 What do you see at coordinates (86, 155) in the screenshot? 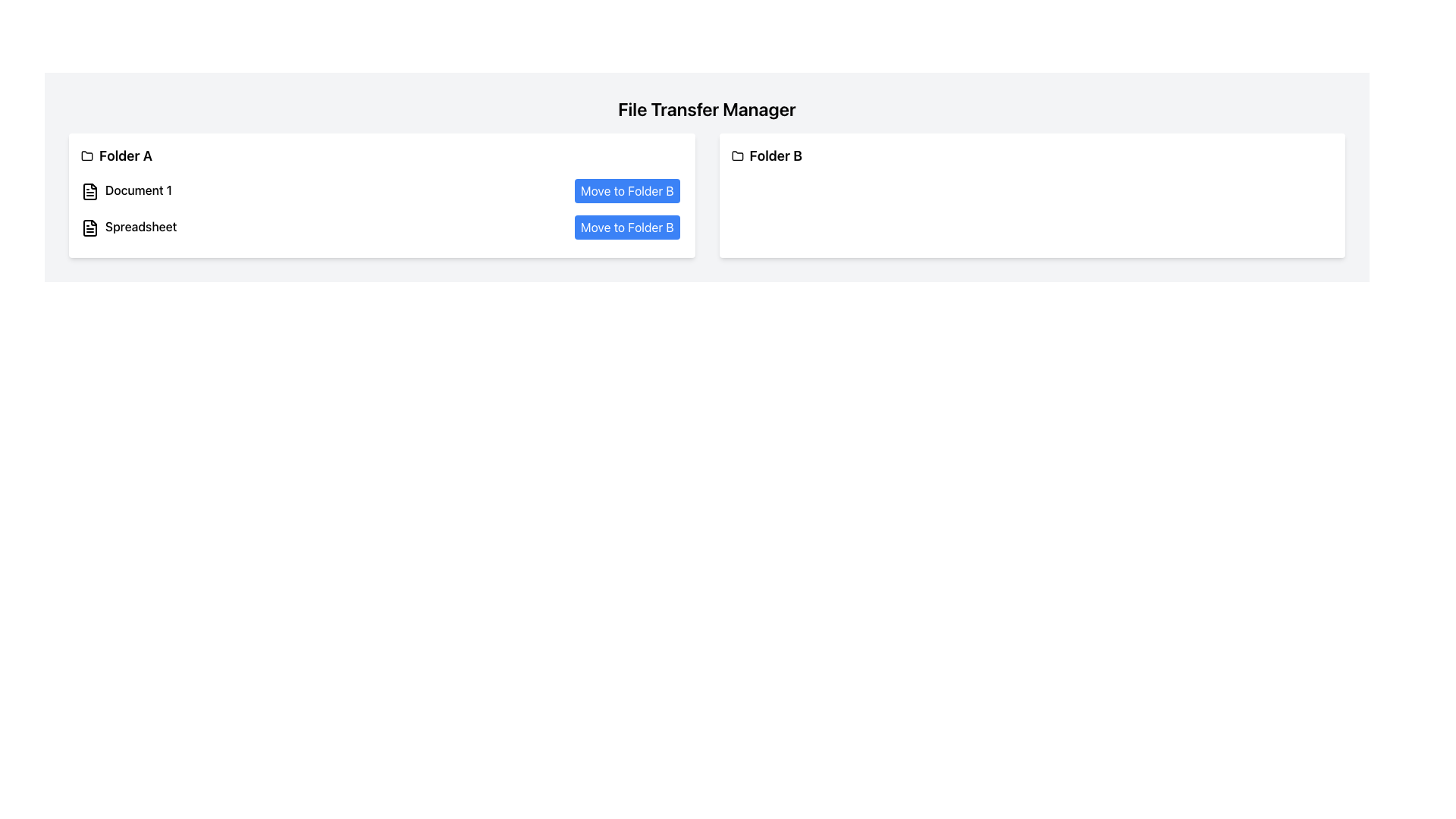
I see `the small folder icon with rounded edges, located to the left of the text 'Folder A' in the 'File Transfer Manager' panel` at bounding box center [86, 155].